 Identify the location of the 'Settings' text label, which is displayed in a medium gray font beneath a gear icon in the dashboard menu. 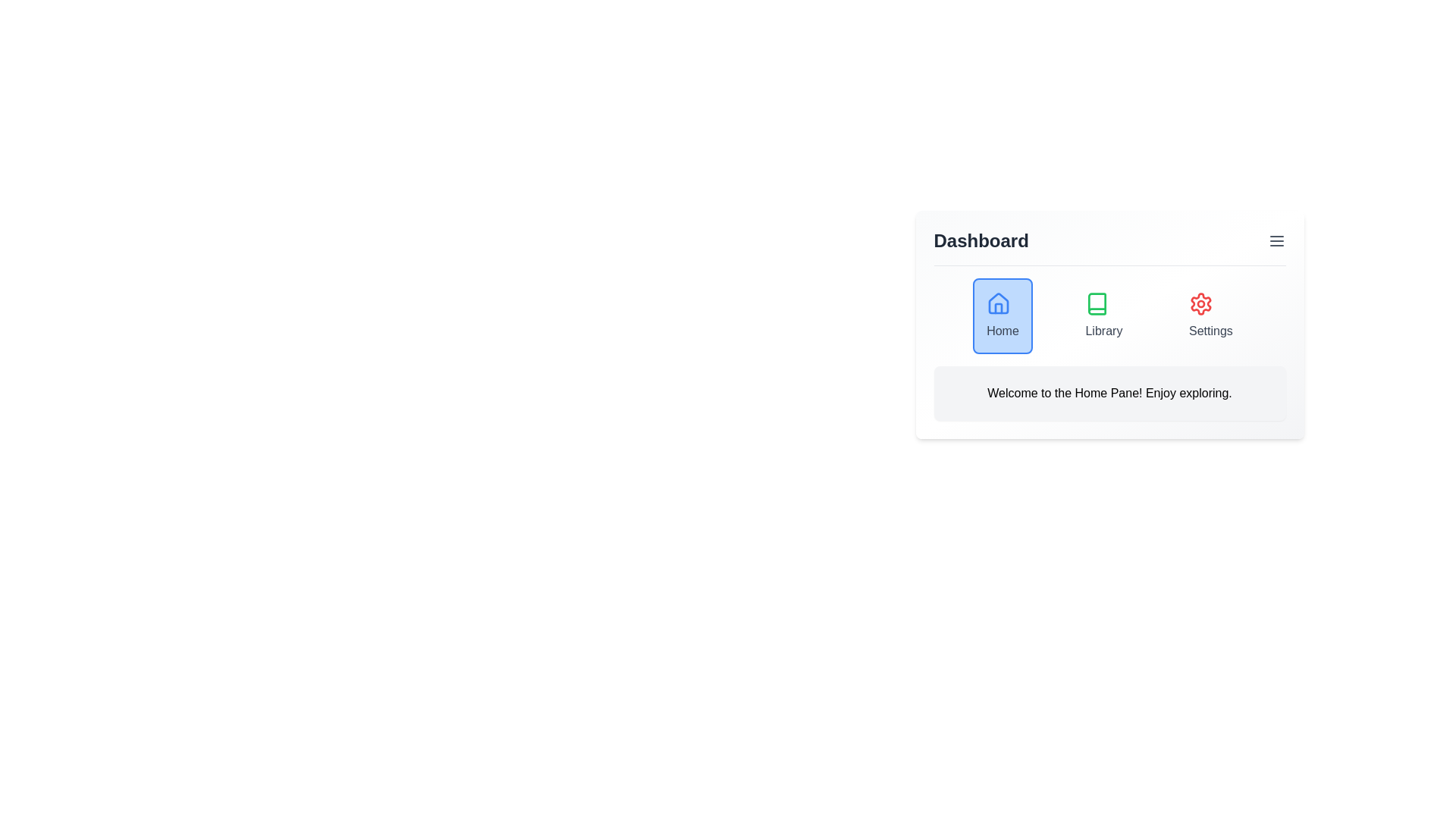
(1210, 330).